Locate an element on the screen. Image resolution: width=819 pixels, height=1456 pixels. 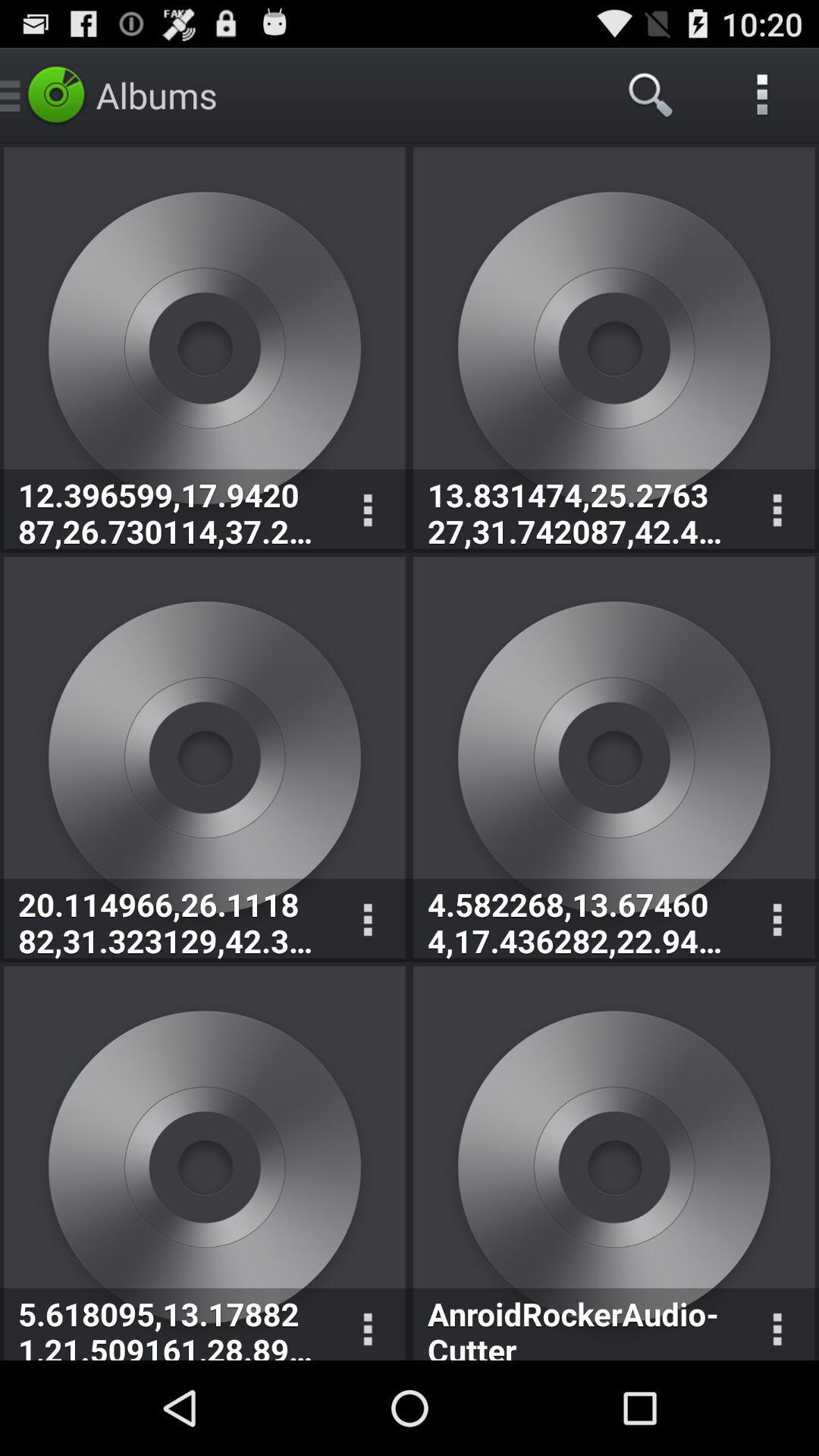
options is located at coordinates (777, 510).